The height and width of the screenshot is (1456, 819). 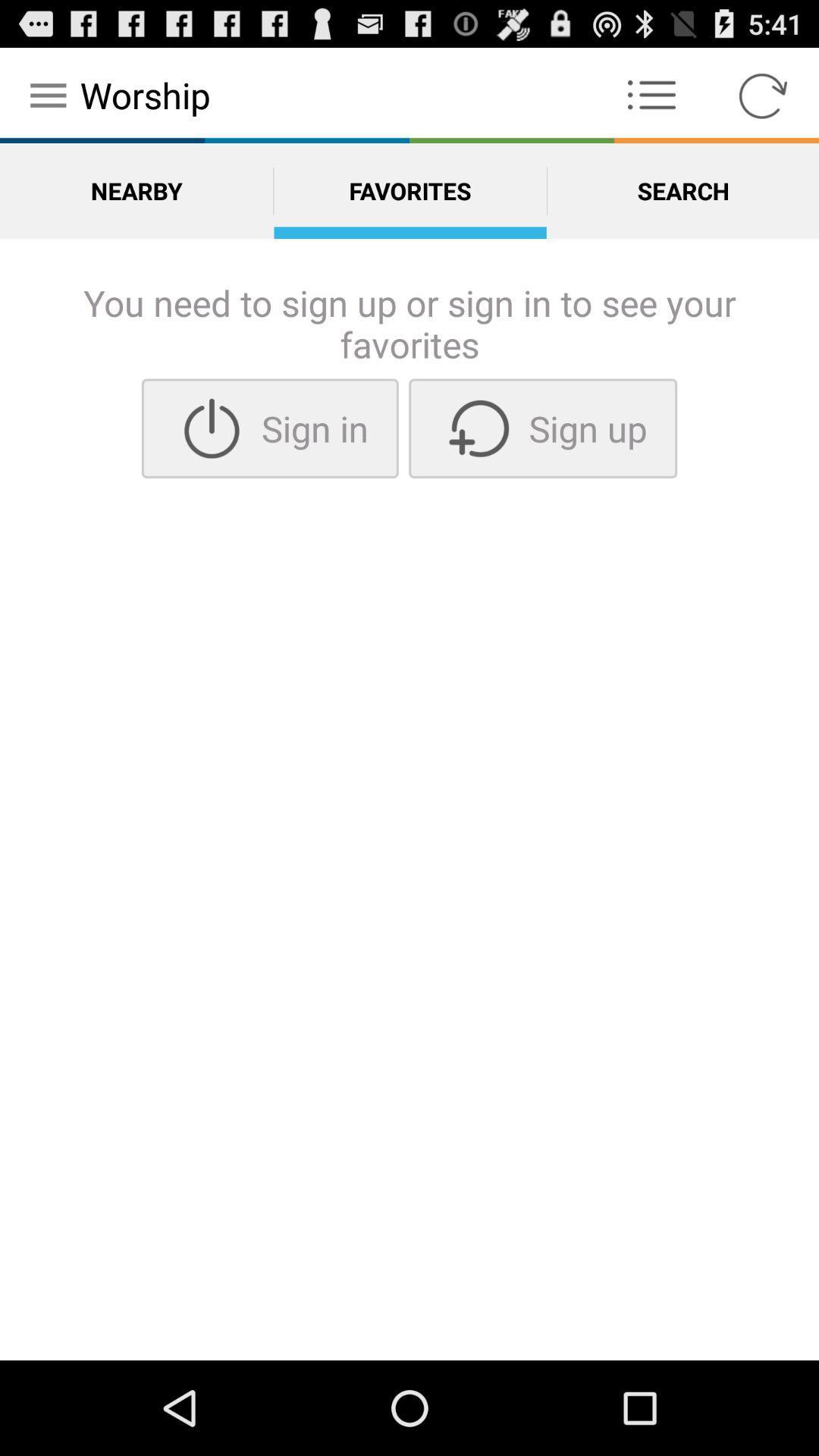 I want to click on the icon to the right of the worship app, so click(x=651, y=94).